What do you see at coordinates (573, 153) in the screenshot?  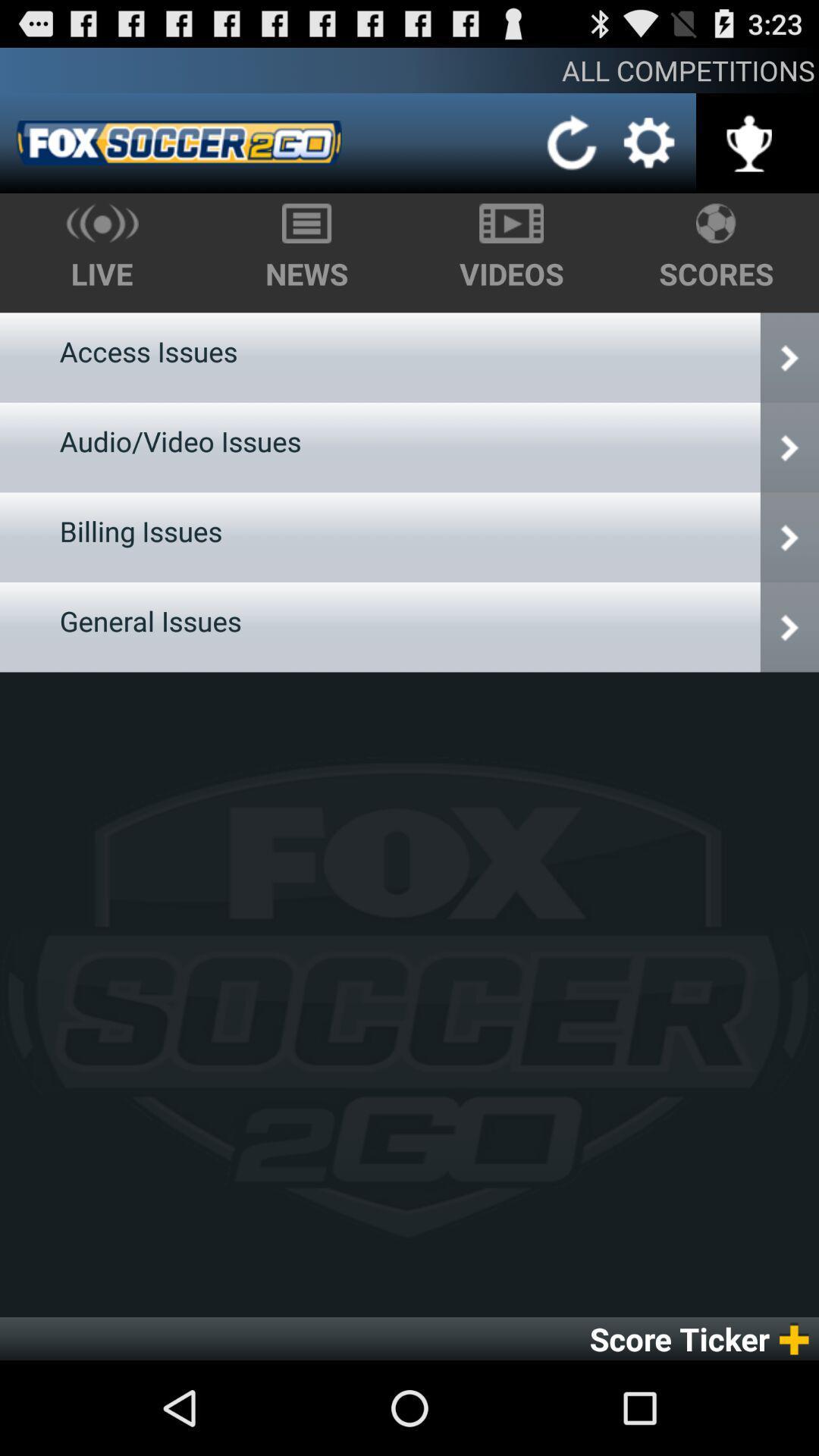 I see `the refresh icon` at bounding box center [573, 153].